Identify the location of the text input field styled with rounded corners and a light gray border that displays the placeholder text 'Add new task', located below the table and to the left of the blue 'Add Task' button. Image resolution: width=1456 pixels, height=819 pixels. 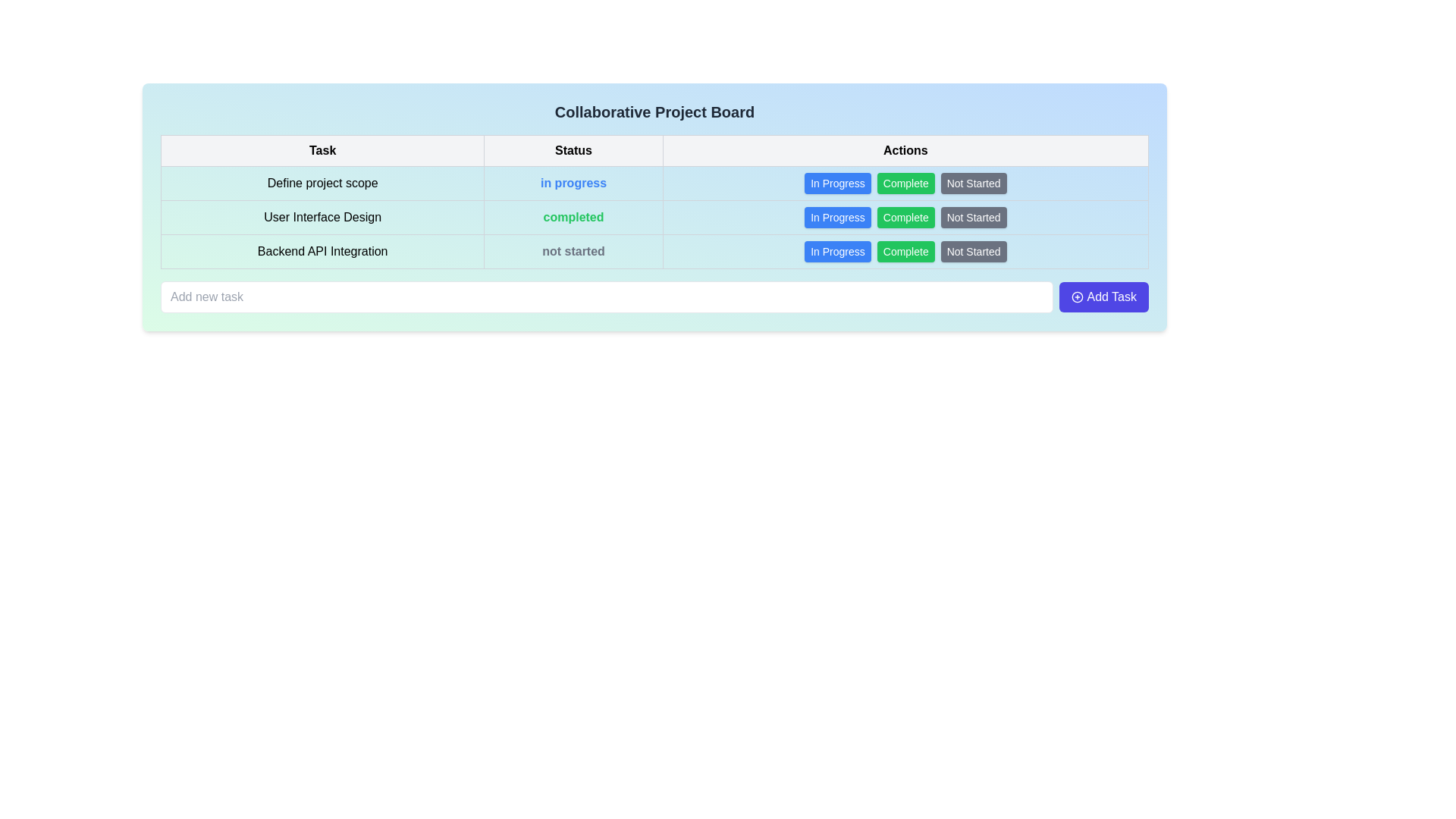
(607, 297).